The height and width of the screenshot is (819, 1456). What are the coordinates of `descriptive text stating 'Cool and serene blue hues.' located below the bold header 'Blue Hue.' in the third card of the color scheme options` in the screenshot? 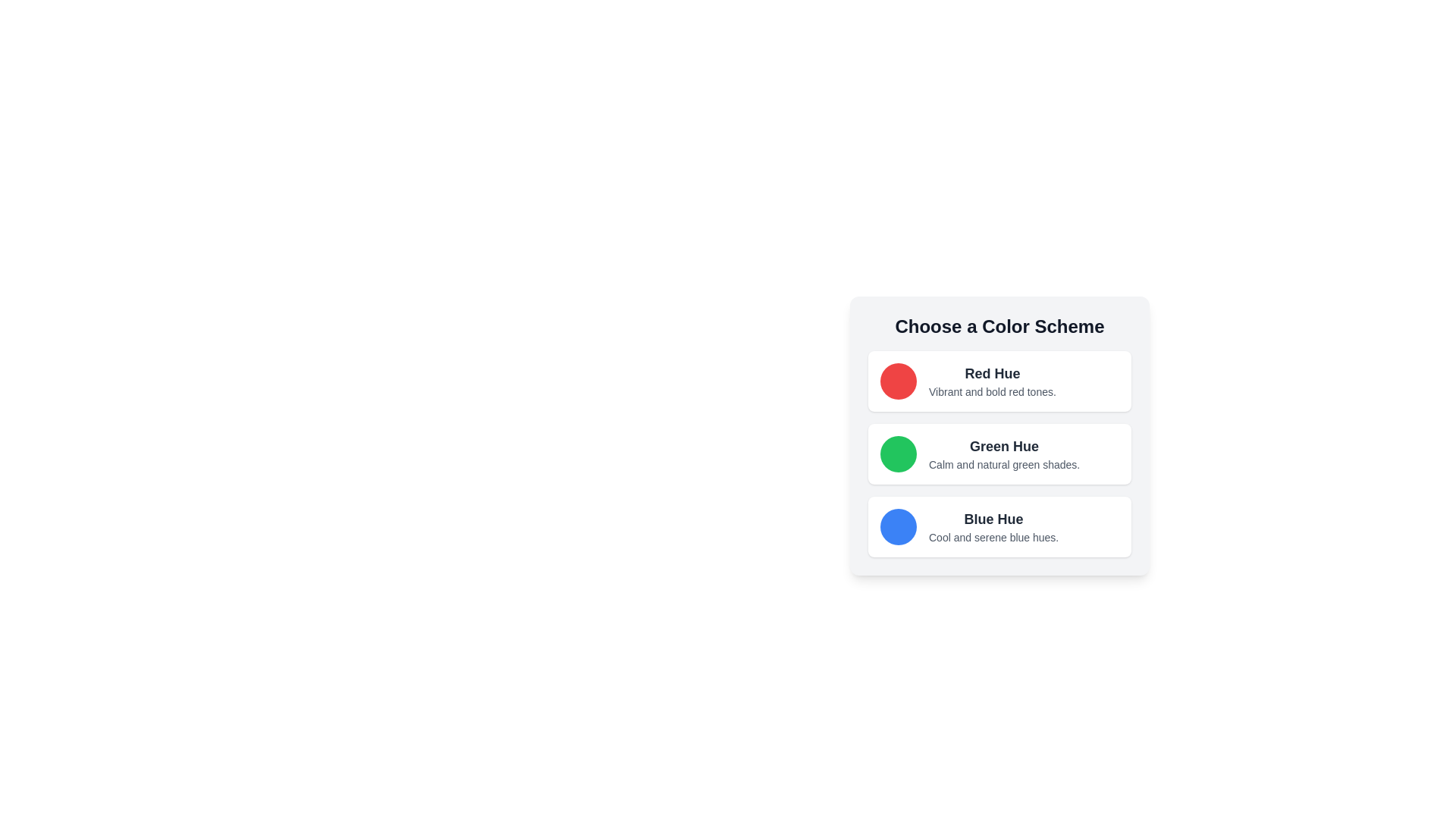 It's located at (993, 537).